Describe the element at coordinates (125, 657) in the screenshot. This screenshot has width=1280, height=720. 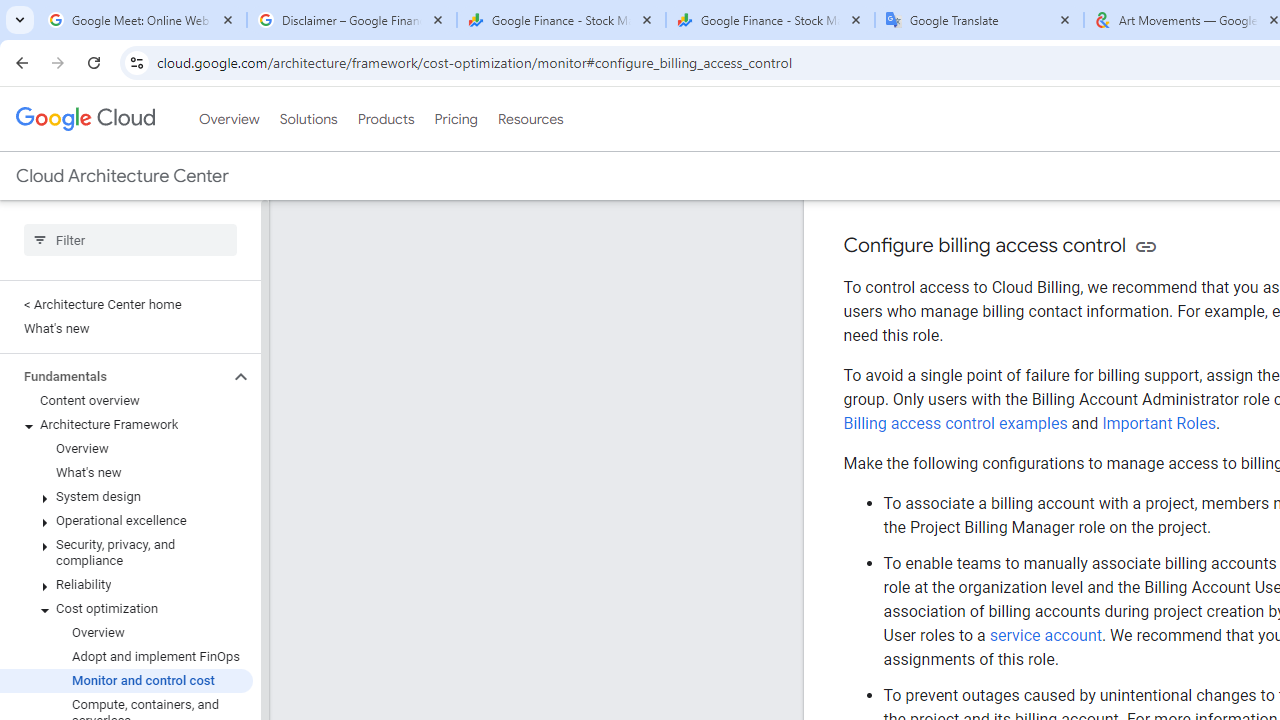
I see `'Adopt and implement FinOps'` at that location.